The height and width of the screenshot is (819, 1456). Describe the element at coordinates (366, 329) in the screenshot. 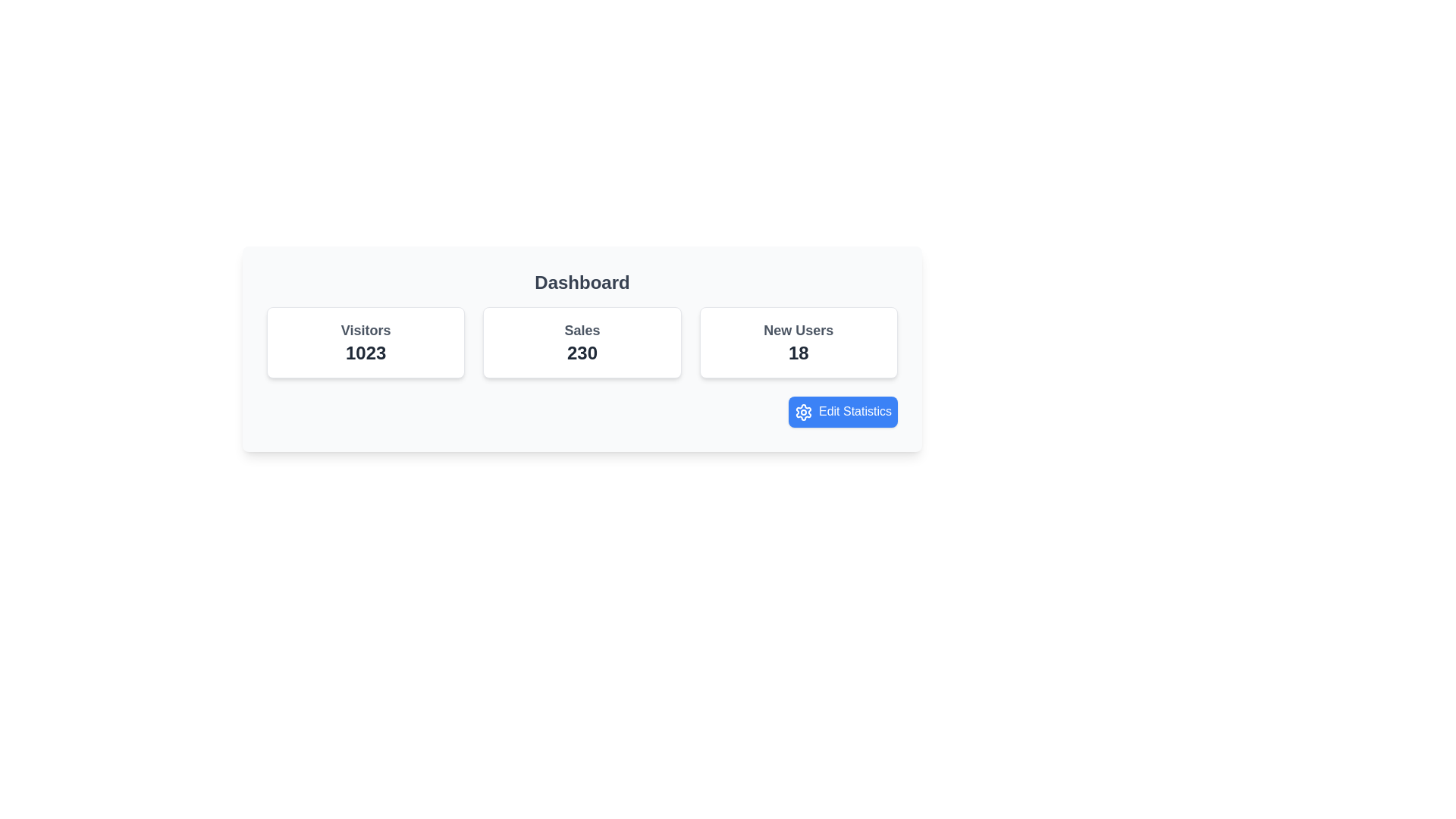

I see `the static text label that describes the number of visitors, which is positioned above the numerical value '1023' in the card-like UI block` at that location.